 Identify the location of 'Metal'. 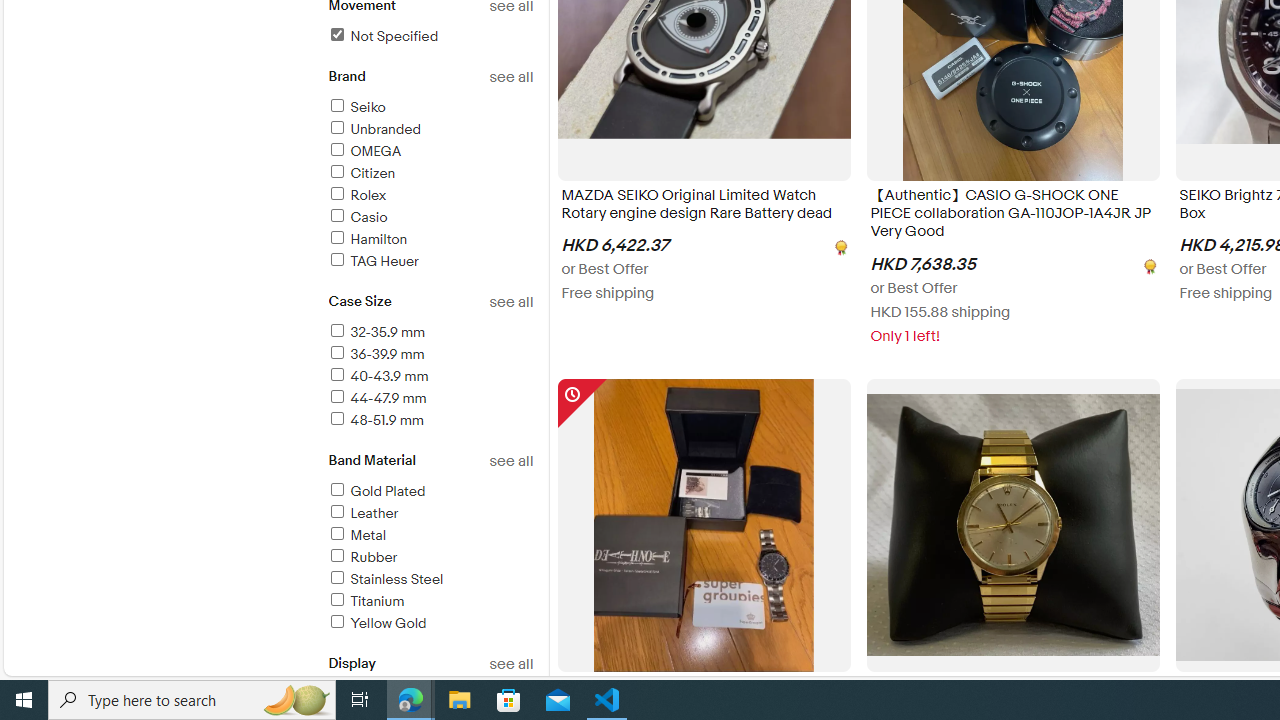
(429, 535).